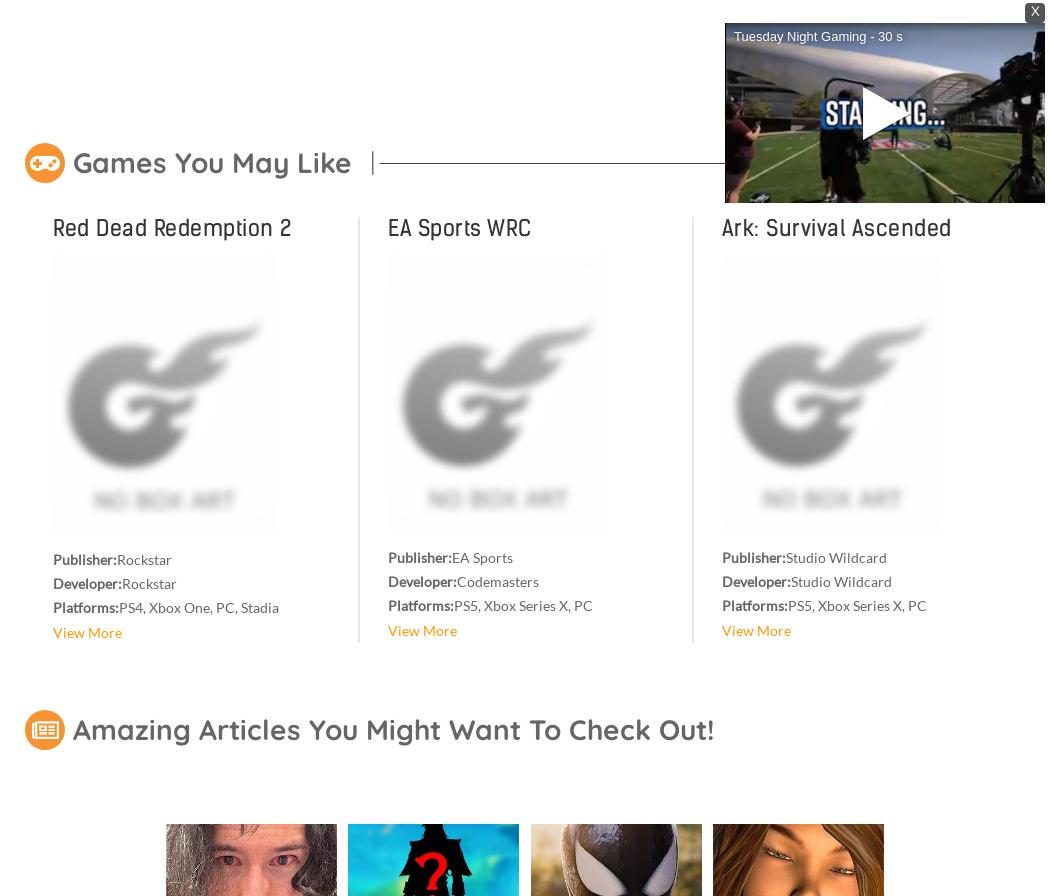  I want to click on 'Ark: Survival Ascended', so click(836, 228).